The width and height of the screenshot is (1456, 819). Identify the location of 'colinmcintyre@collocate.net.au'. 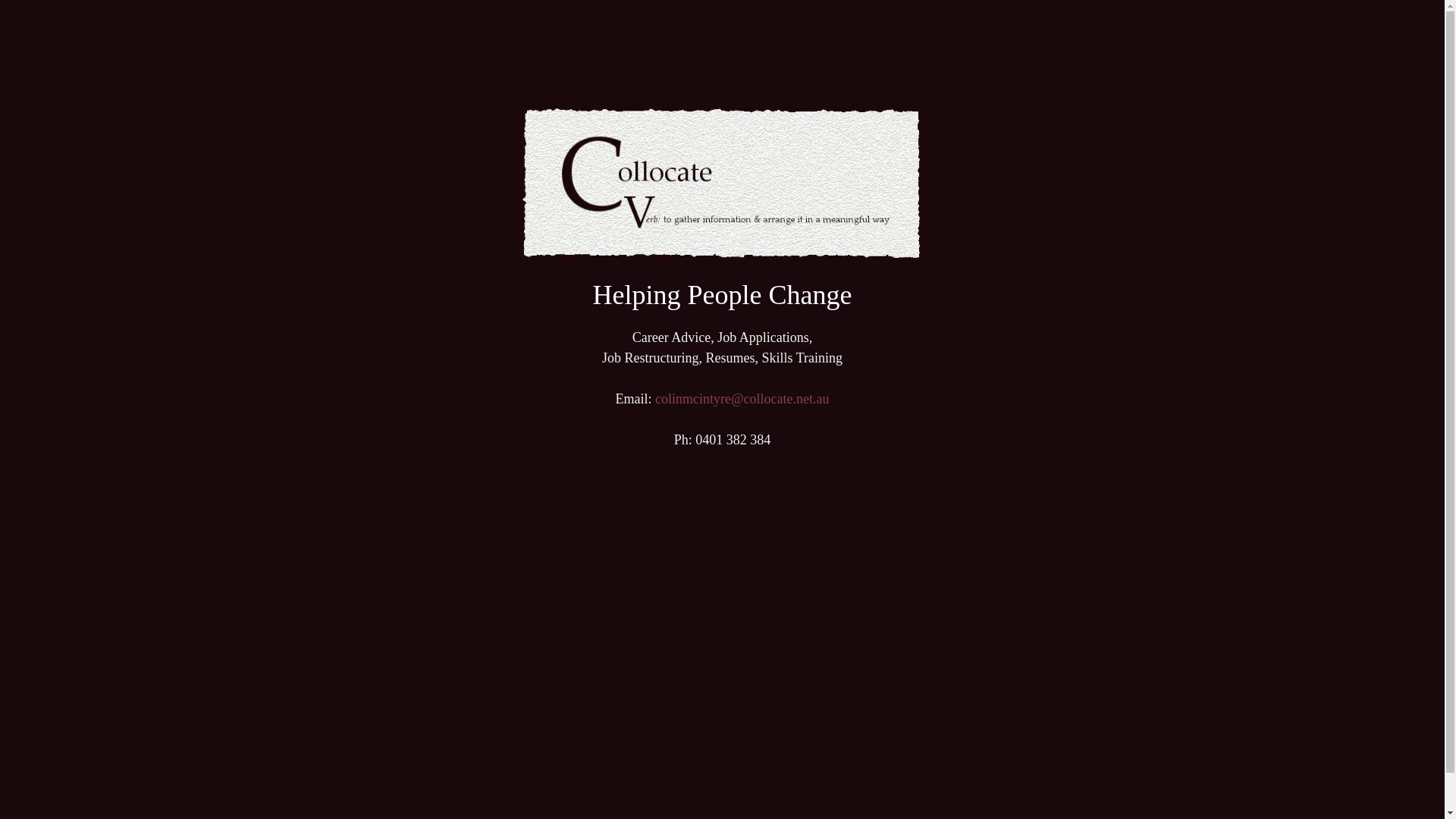
(742, 397).